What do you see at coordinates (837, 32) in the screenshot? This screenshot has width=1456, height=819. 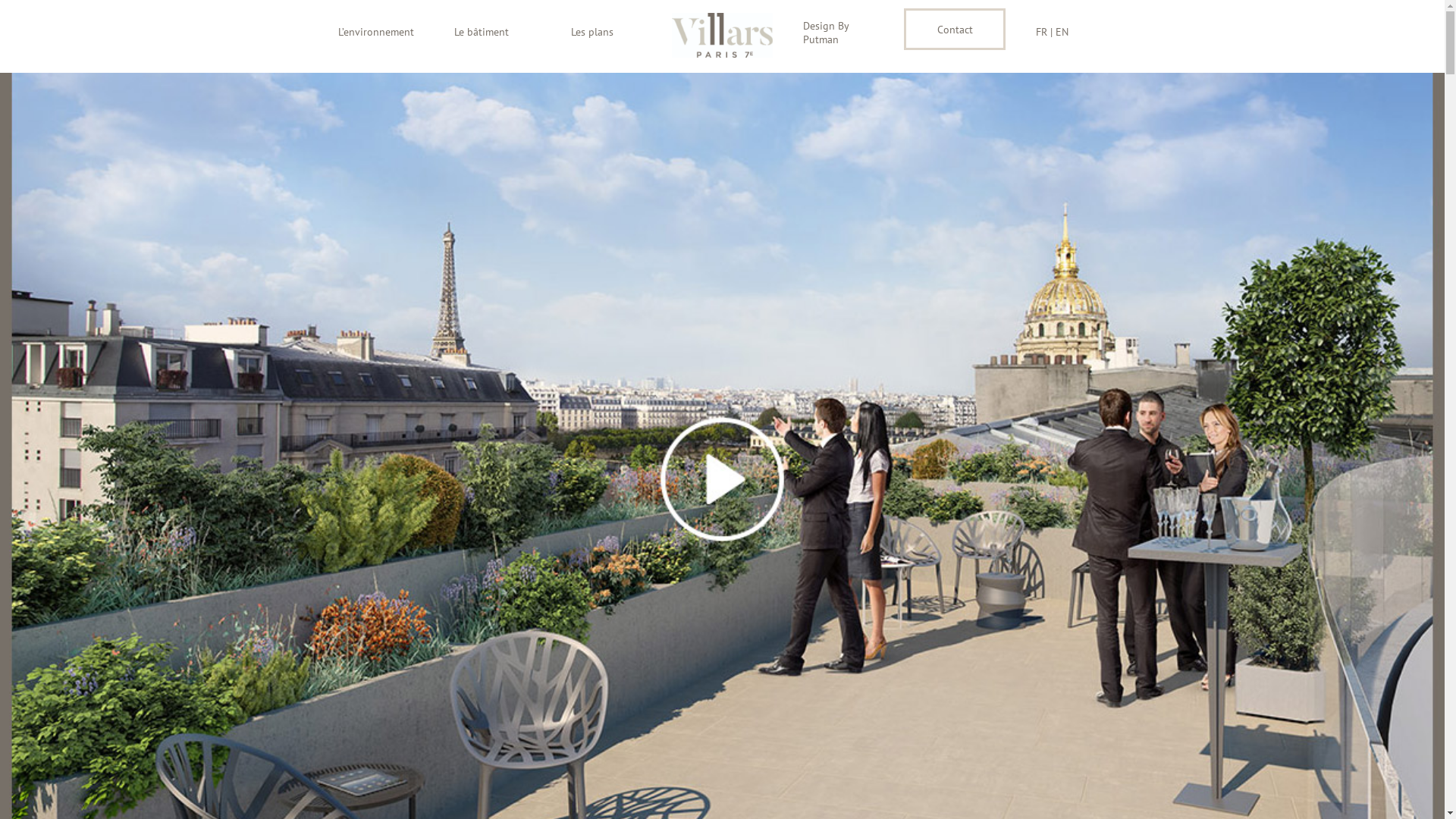 I see `'Design By Putman'` at bounding box center [837, 32].